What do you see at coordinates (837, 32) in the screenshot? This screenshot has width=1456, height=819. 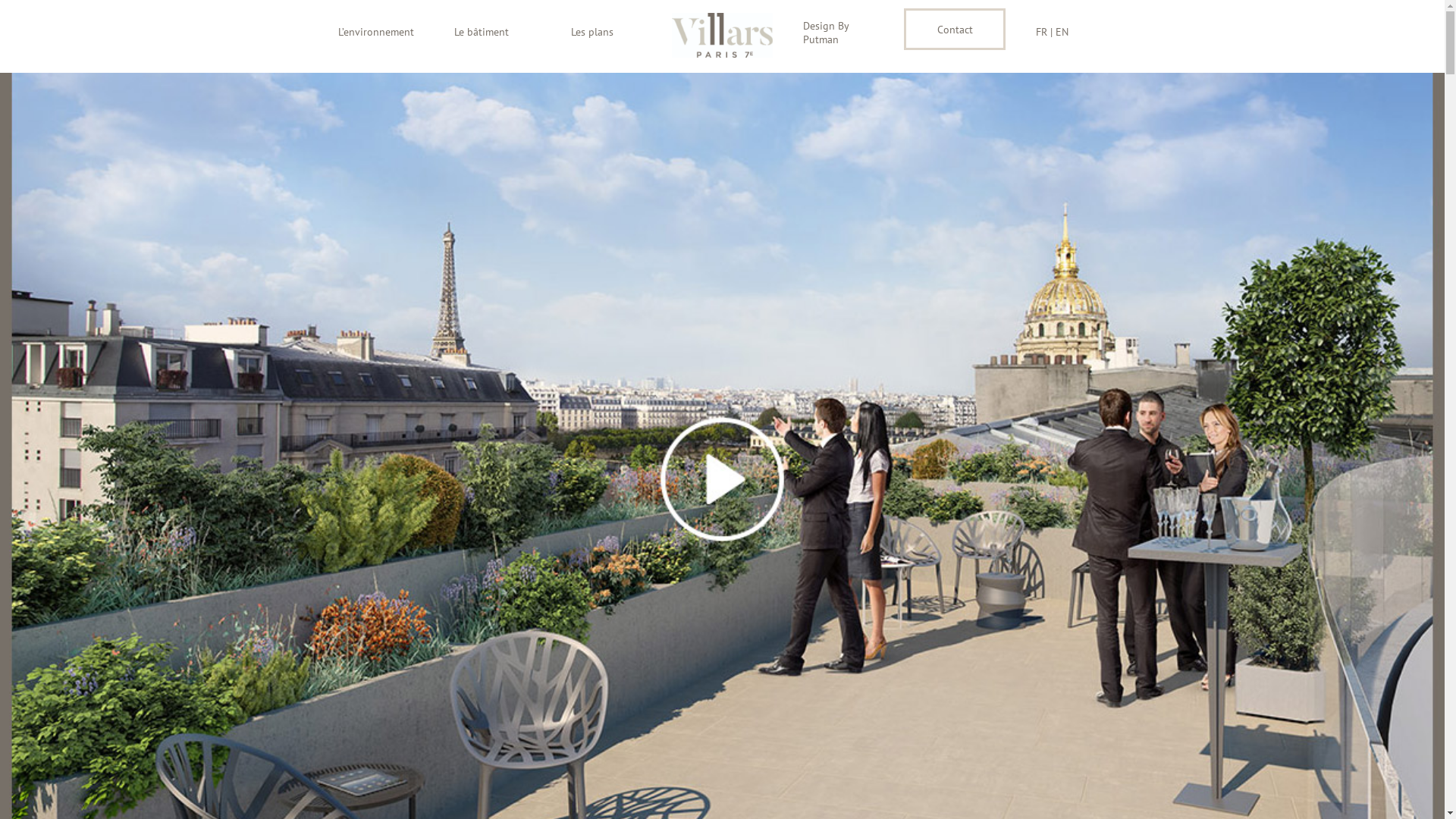 I see `'Design By Putman'` at bounding box center [837, 32].